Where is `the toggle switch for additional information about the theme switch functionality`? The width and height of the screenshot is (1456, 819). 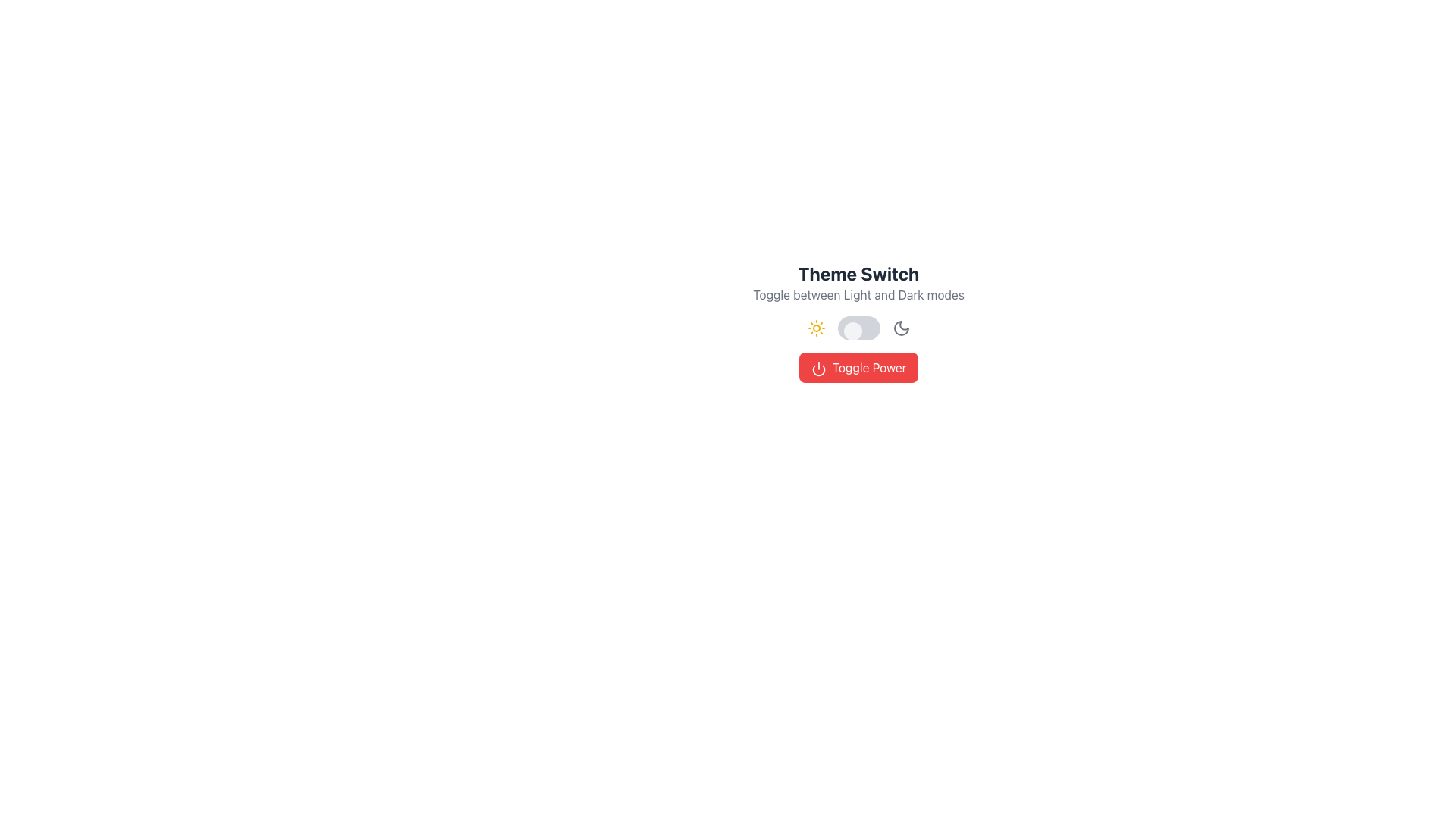
the toggle switch for additional information about the theme switch functionality is located at coordinates (858, 321).